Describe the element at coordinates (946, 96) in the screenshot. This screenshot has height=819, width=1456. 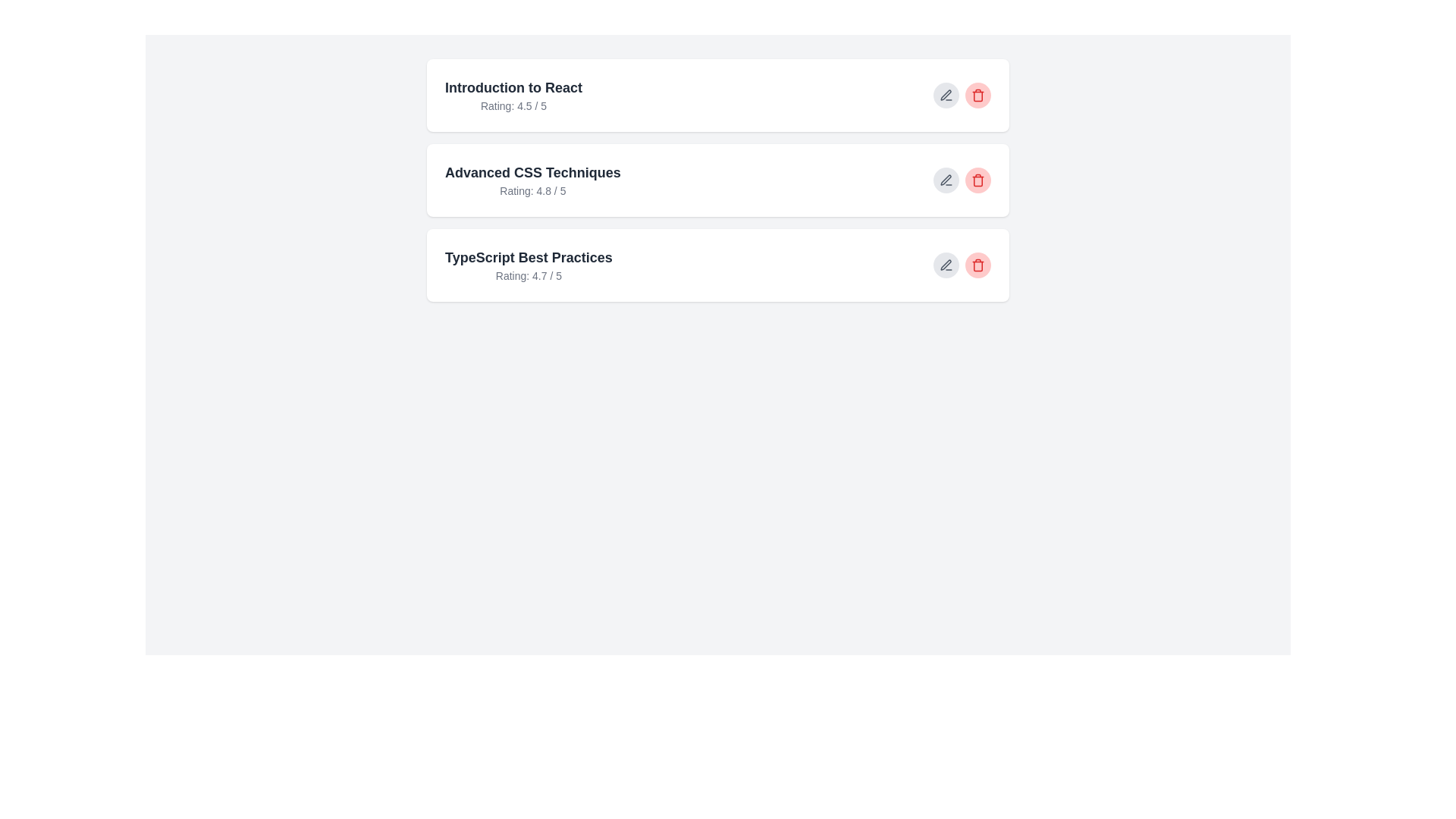
I see `the edit button located to the left of the red circular delete button for the 'Introduction to React' item to initiate editing` at that location.